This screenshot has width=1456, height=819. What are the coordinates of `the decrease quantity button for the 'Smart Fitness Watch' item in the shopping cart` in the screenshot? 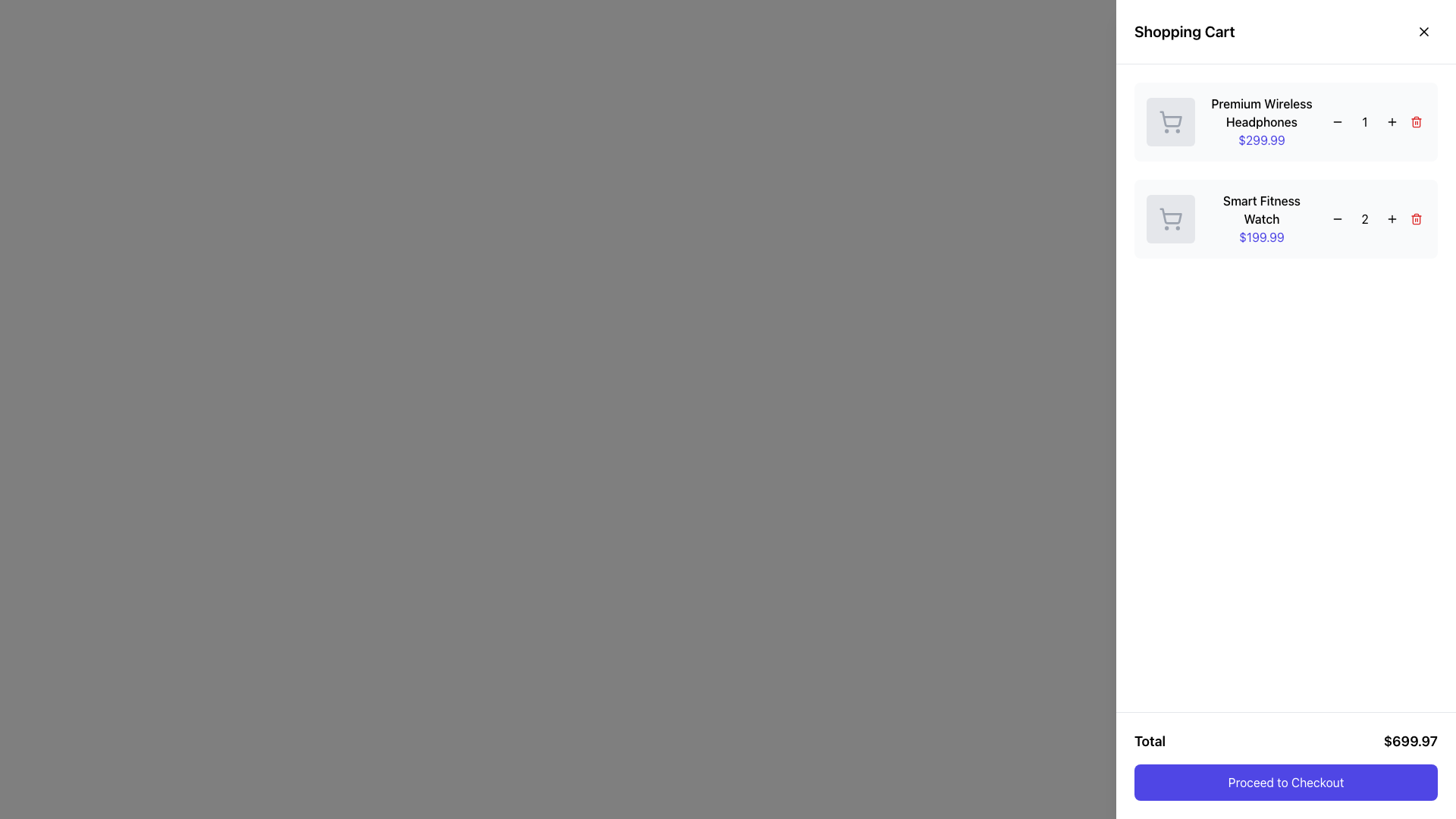 It's located at (1337, 219).